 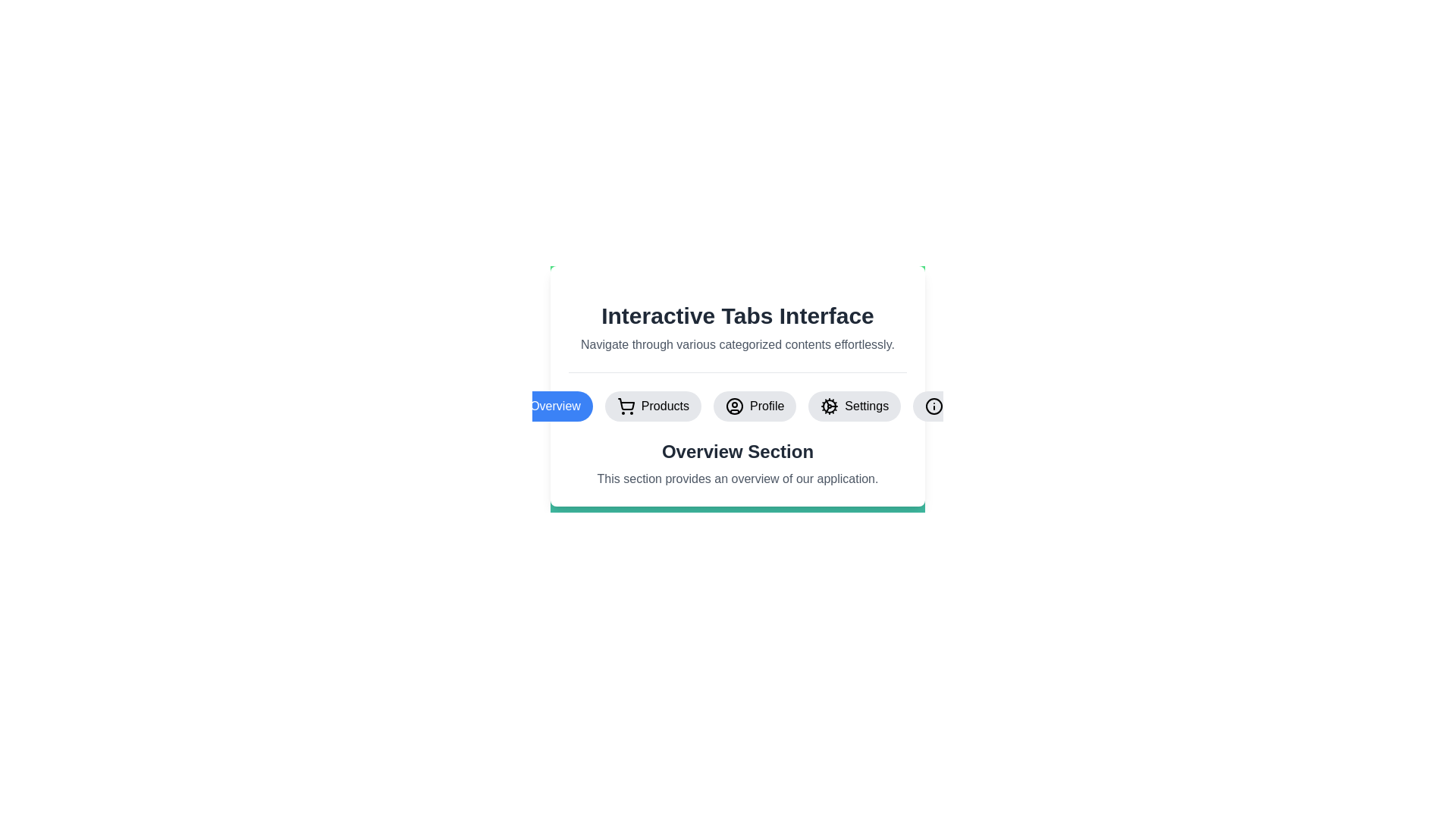 I want to click on the 'Profile' tab in the navigation bar, so click(x=738, y=406).